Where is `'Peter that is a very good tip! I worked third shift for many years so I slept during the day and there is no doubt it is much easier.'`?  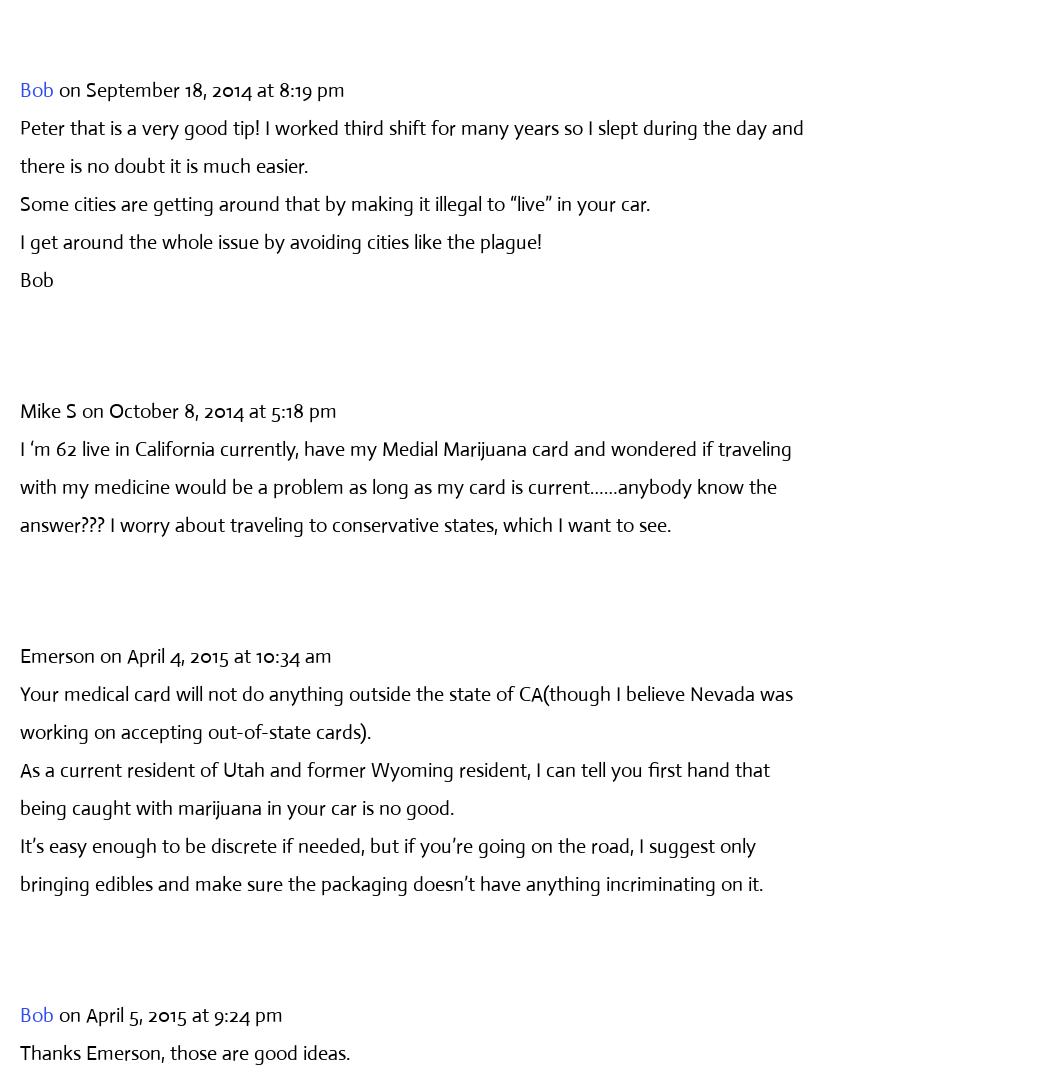
'Peter that is a very good tip! I worked third shift for many years so I slept during the day and there is no doubt it is much easier.' is located at coordinates (412, 145).